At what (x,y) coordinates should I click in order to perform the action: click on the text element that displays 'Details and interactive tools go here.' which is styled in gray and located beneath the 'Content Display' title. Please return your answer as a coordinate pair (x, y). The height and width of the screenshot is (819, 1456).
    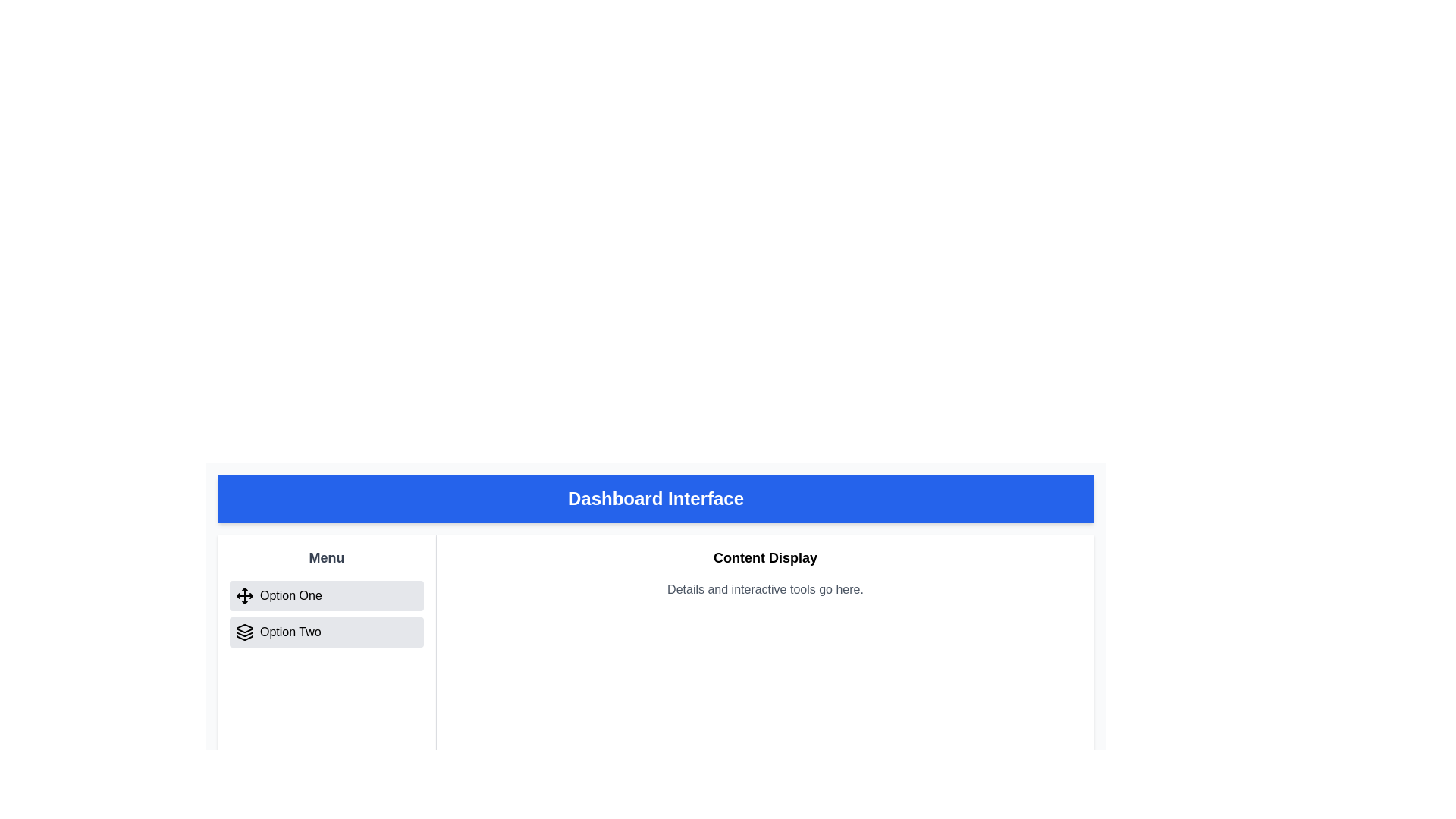
    Looking at the image, I should click on (765, 589).